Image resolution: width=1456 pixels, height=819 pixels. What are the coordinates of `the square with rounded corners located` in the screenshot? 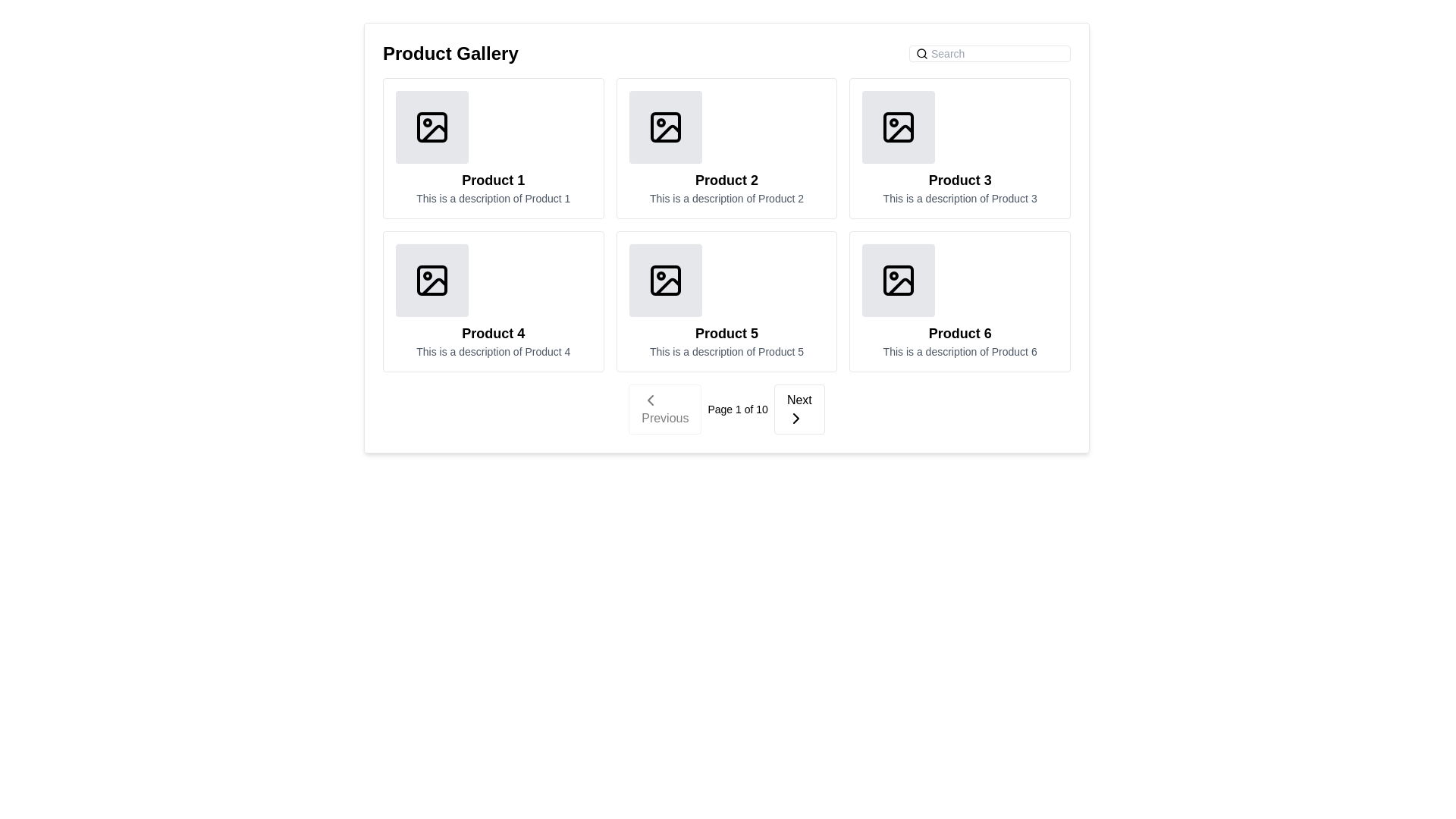 It's located at (899, 127).